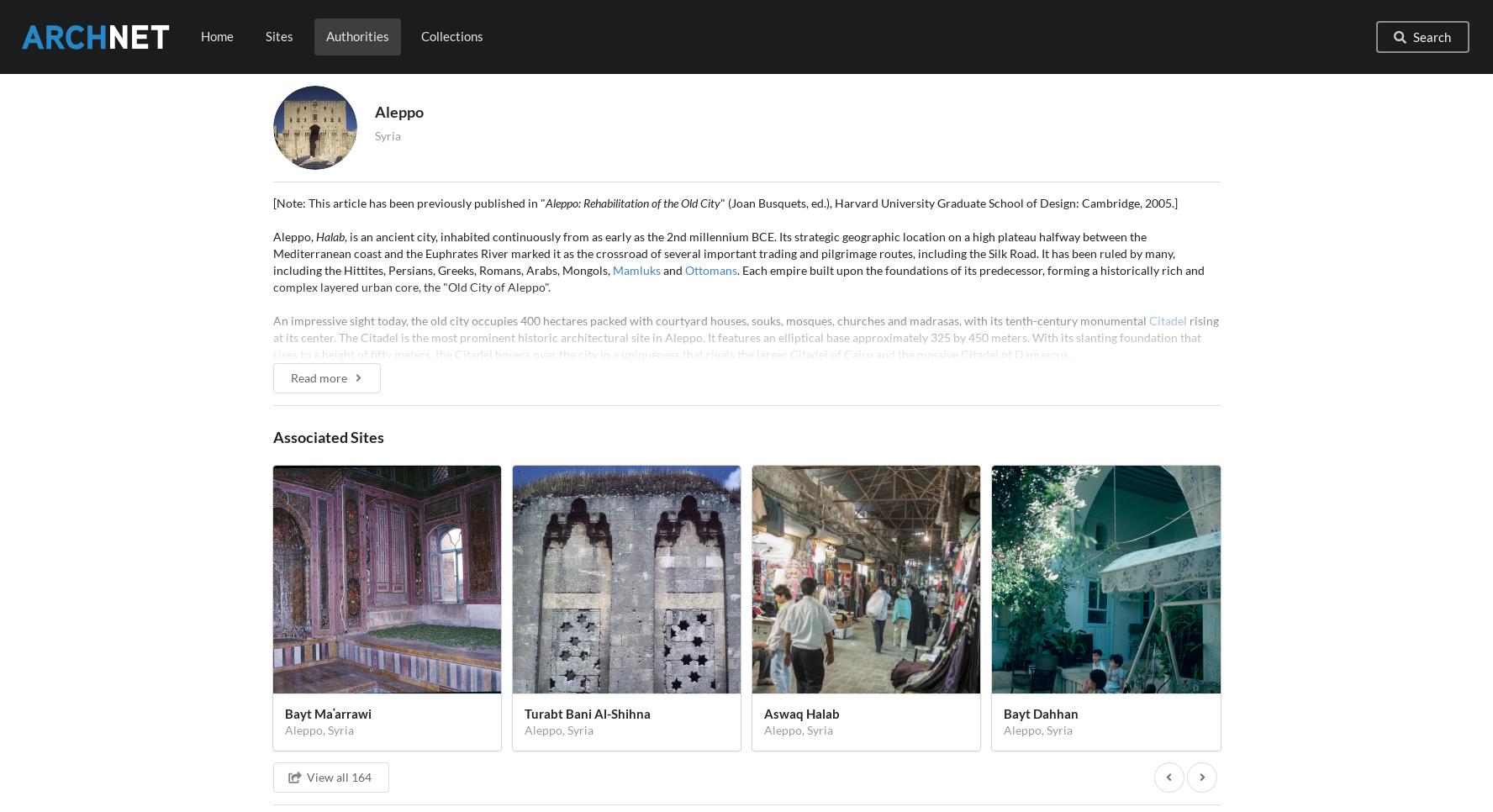  Describe the element at coordinates (710, 319) in the screenshot. I see `'An impressive sight today, the old city occupies 400 hectares packed with courtyard houses, souks, mosques, churches and madrasas, with its tenth-century monumental'` at that location.